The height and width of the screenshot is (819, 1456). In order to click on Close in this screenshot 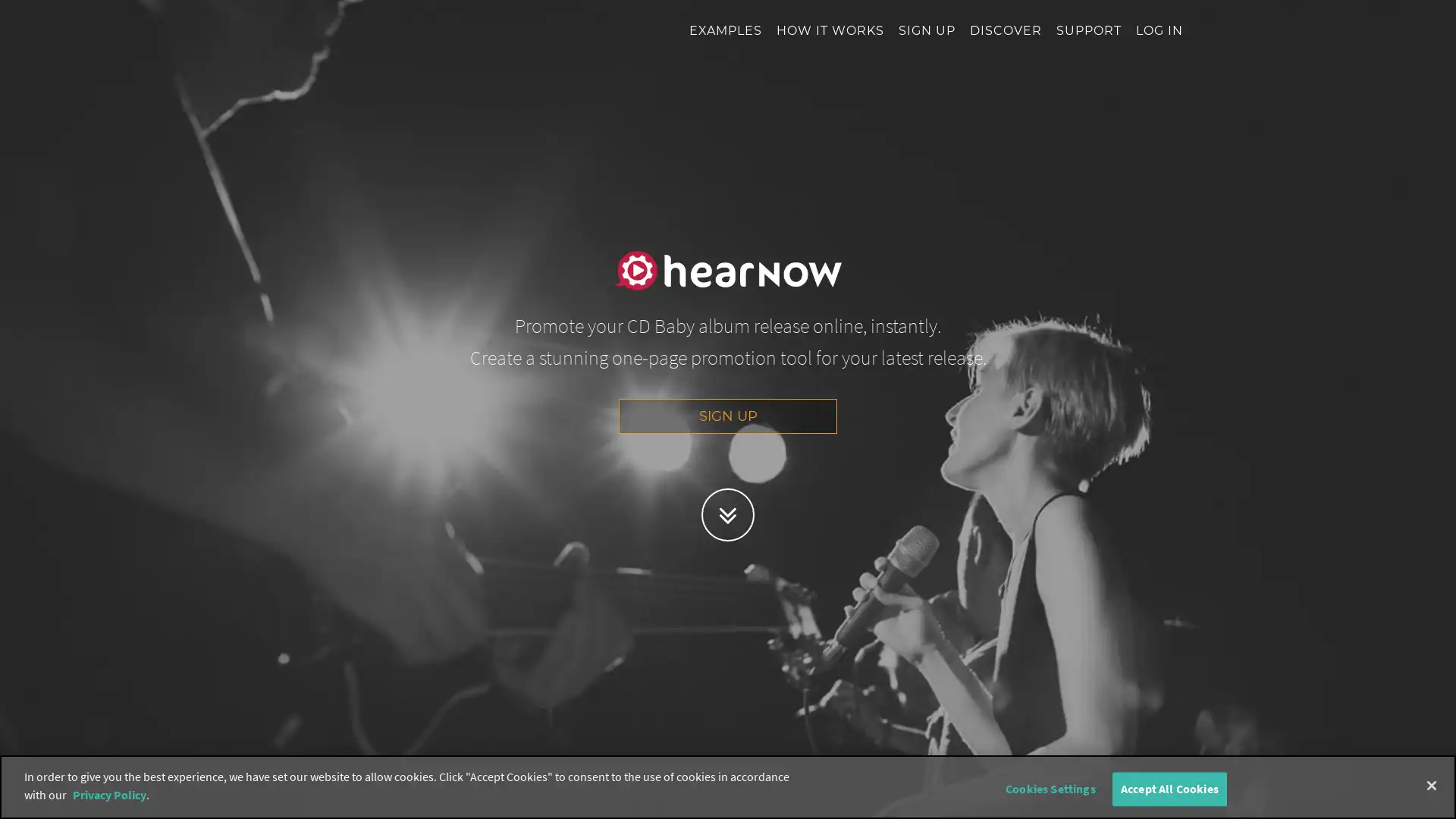, I will do `click(1430, 785)`.